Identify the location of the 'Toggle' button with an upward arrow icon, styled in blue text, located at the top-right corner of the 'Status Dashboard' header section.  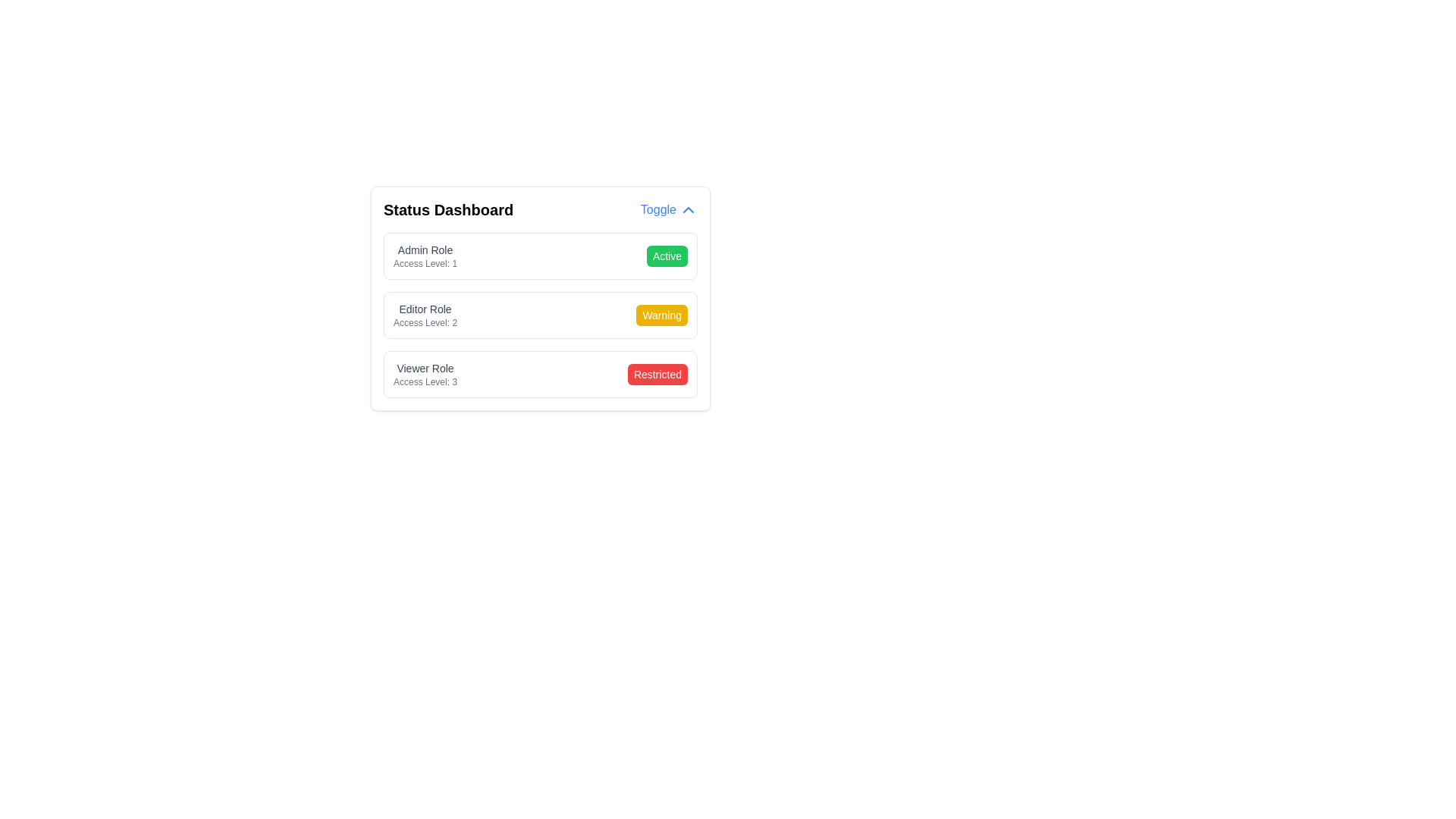
(668, 210).